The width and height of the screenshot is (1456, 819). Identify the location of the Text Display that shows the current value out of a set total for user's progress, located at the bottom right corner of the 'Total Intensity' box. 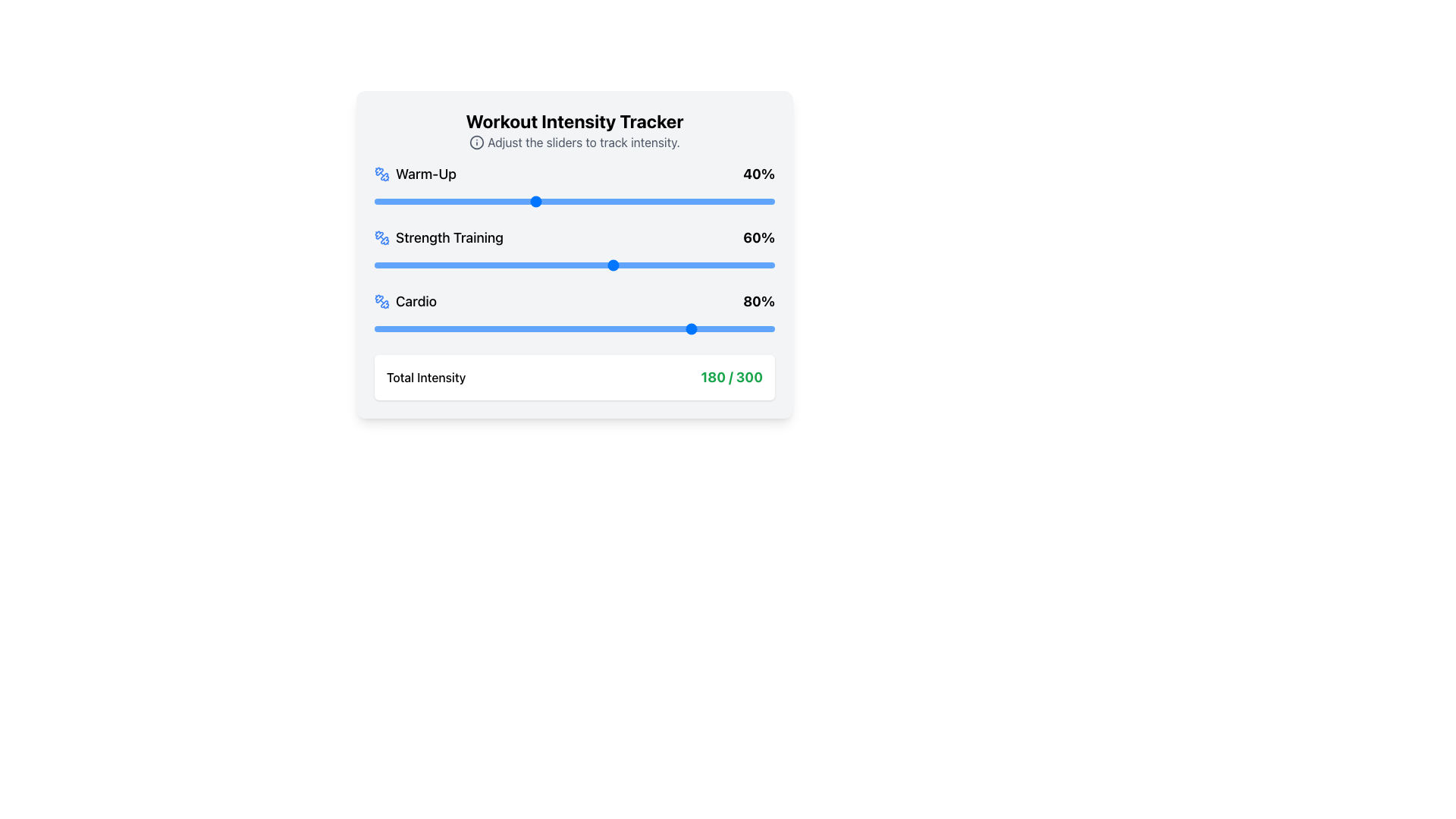
(732, 376).